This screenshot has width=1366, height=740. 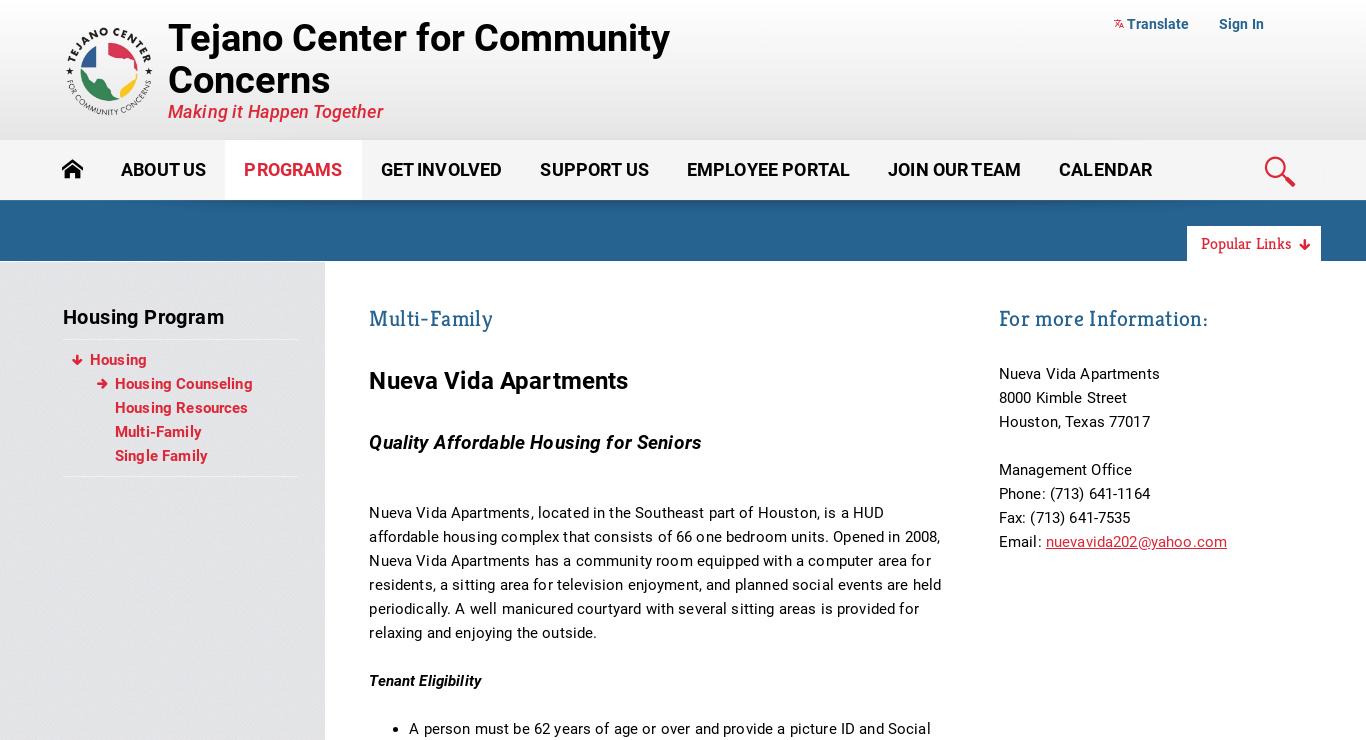 What do you see at coordinates (142, 316) in the screenshot?
I see `'Housing Program'` at bounding box center [142, 316].